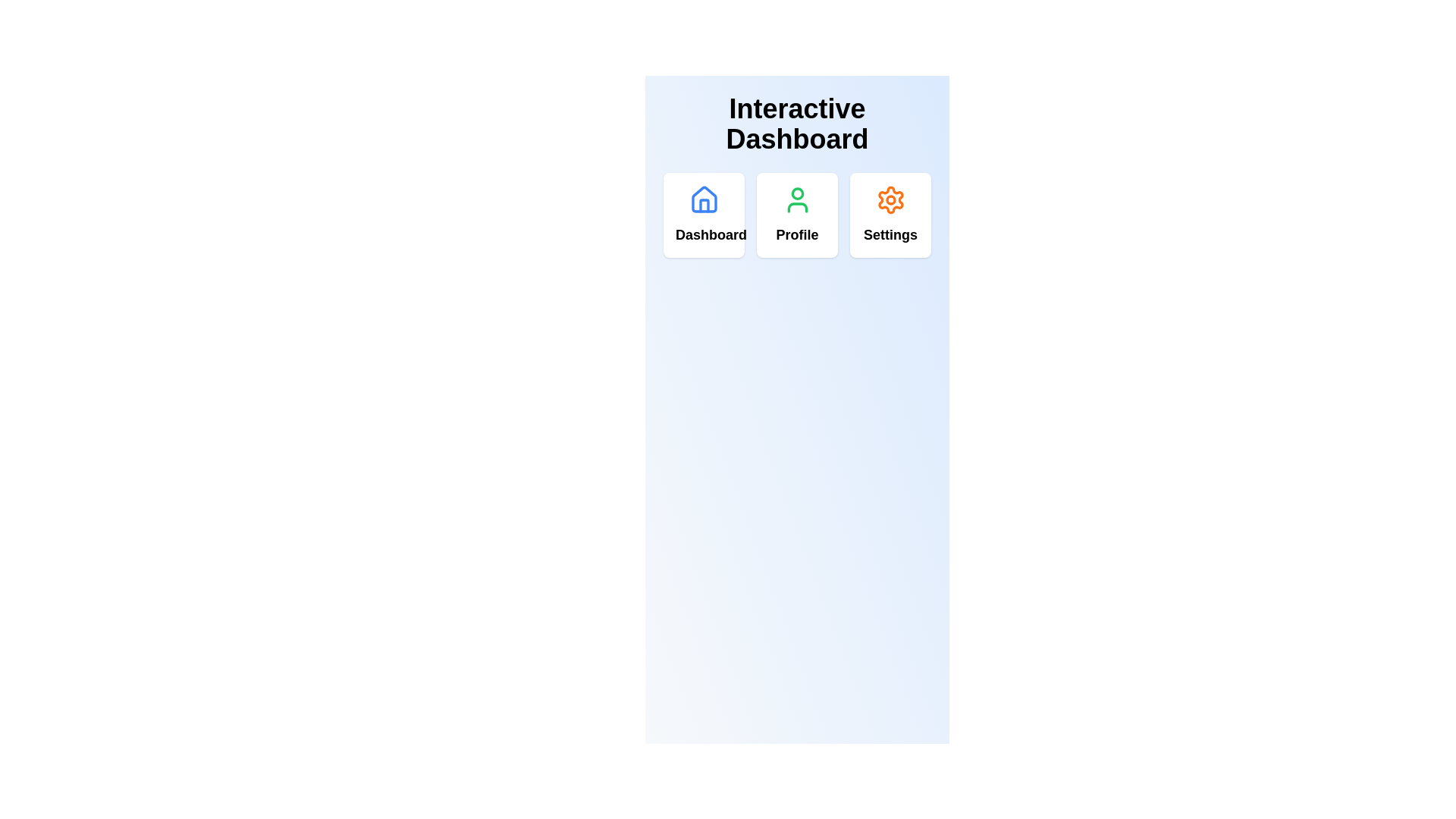 The width and height of the screenshot is (1456, 819). Describe the element at coordinates (796, 215) in the screenshot. I see `the 'Profile' button, which is a tile-shaped UI component with a white background, rounded corners, and a green user icon at the top-center, to trigger any hover-related UI response` at that location.